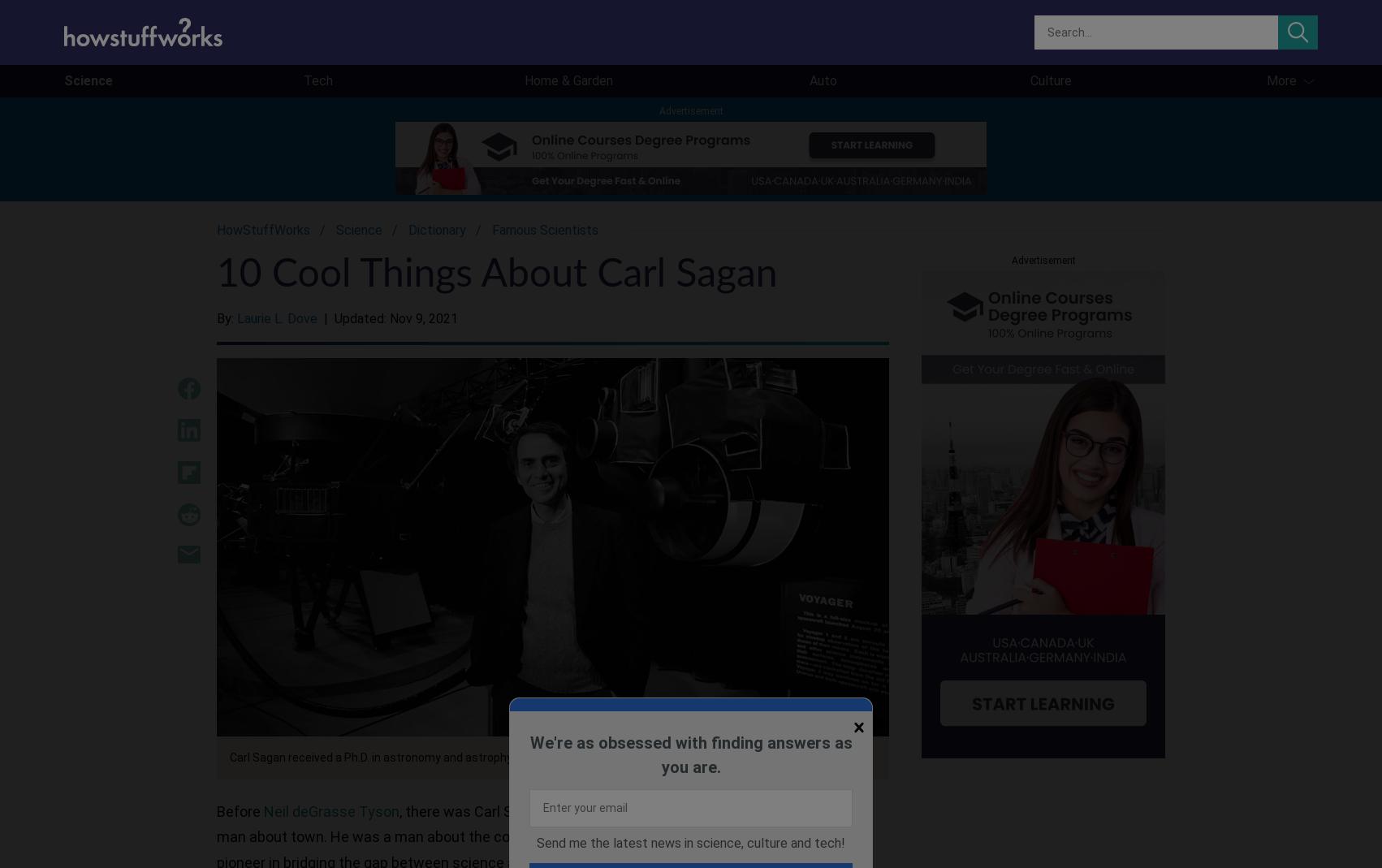 The width and height of the screenshot is (1382, 868). What do you see at coordinates (395, 317) in the screenshot?
I see `'Updated: Nov 9, 2021'` at bounding box center [395, 317].